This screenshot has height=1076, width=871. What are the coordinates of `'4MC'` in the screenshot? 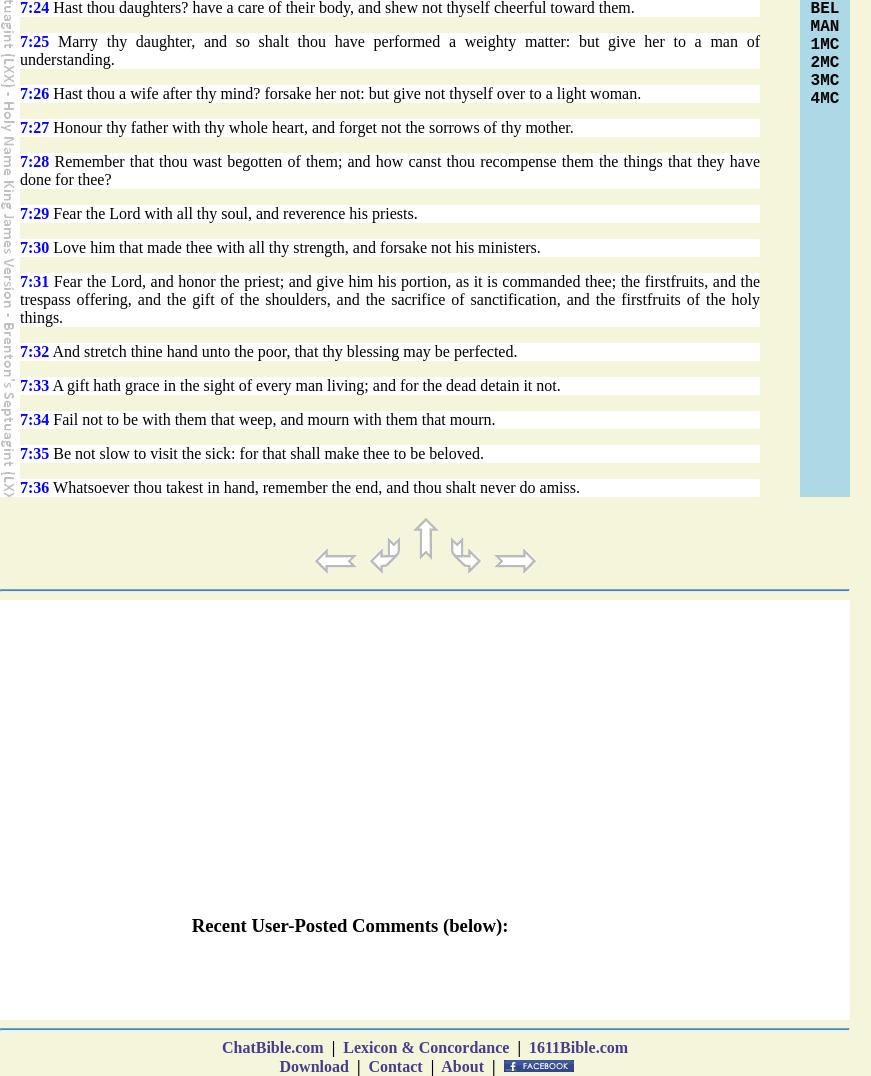 It's located at (824, 97).